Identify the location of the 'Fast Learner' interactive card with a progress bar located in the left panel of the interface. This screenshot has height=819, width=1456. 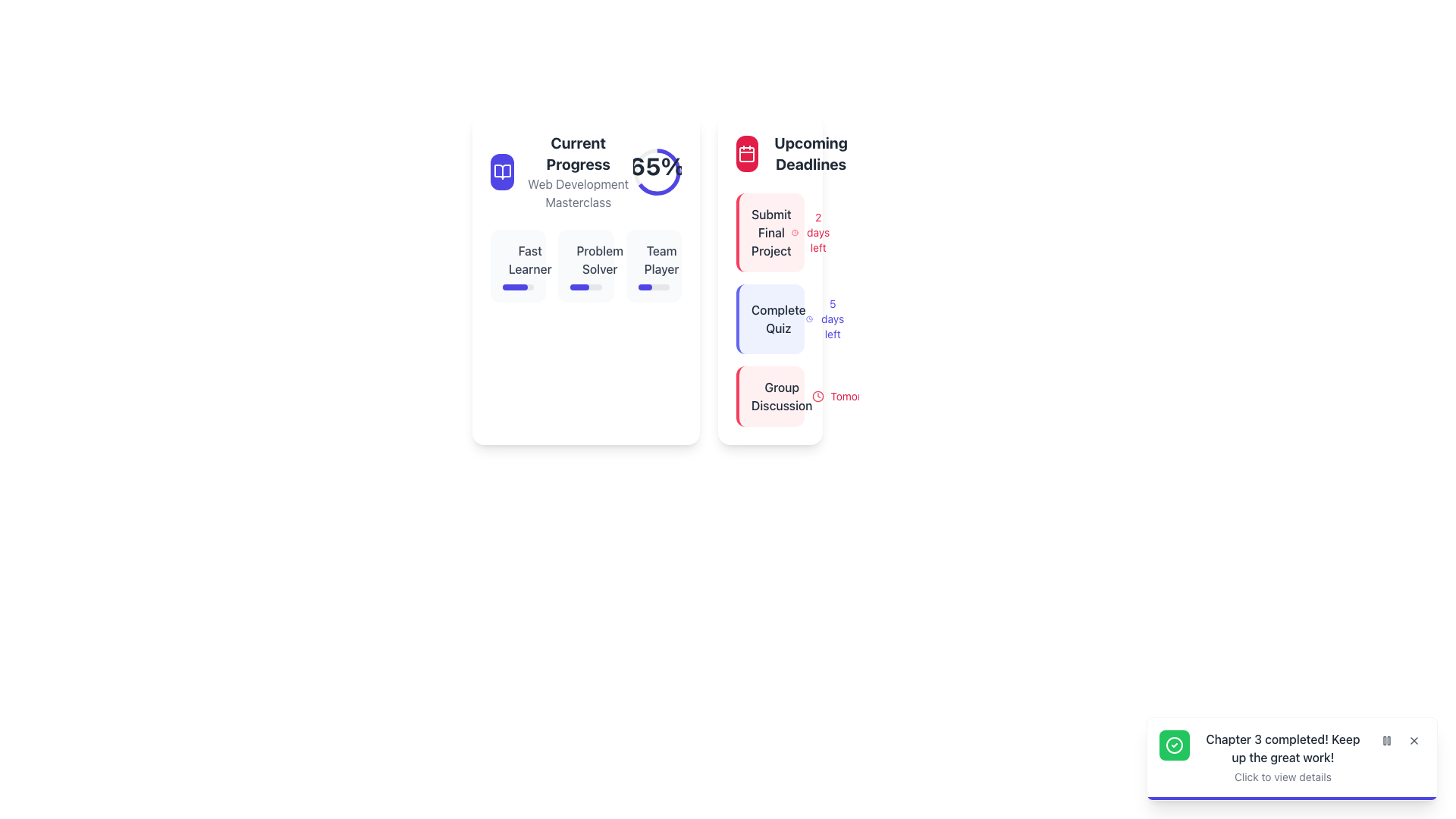
(518, 265).